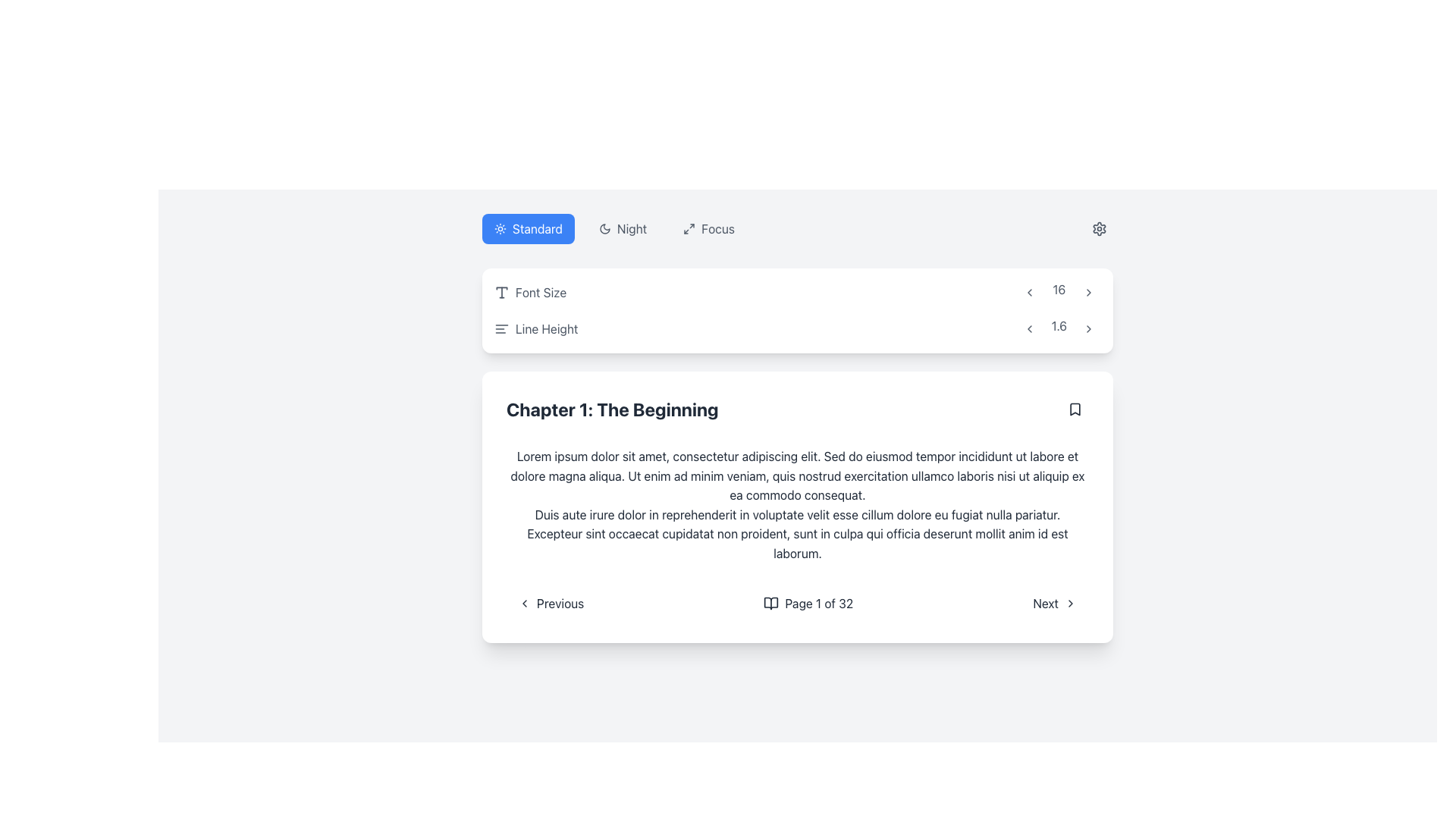 Image resolution: width=1456 pixels, height=819 pixels. Describe the element at coordinates (614, 228) in the screenshot. I see `the 'Night' button, the second button in a group of three at the top of the interface` at that location.